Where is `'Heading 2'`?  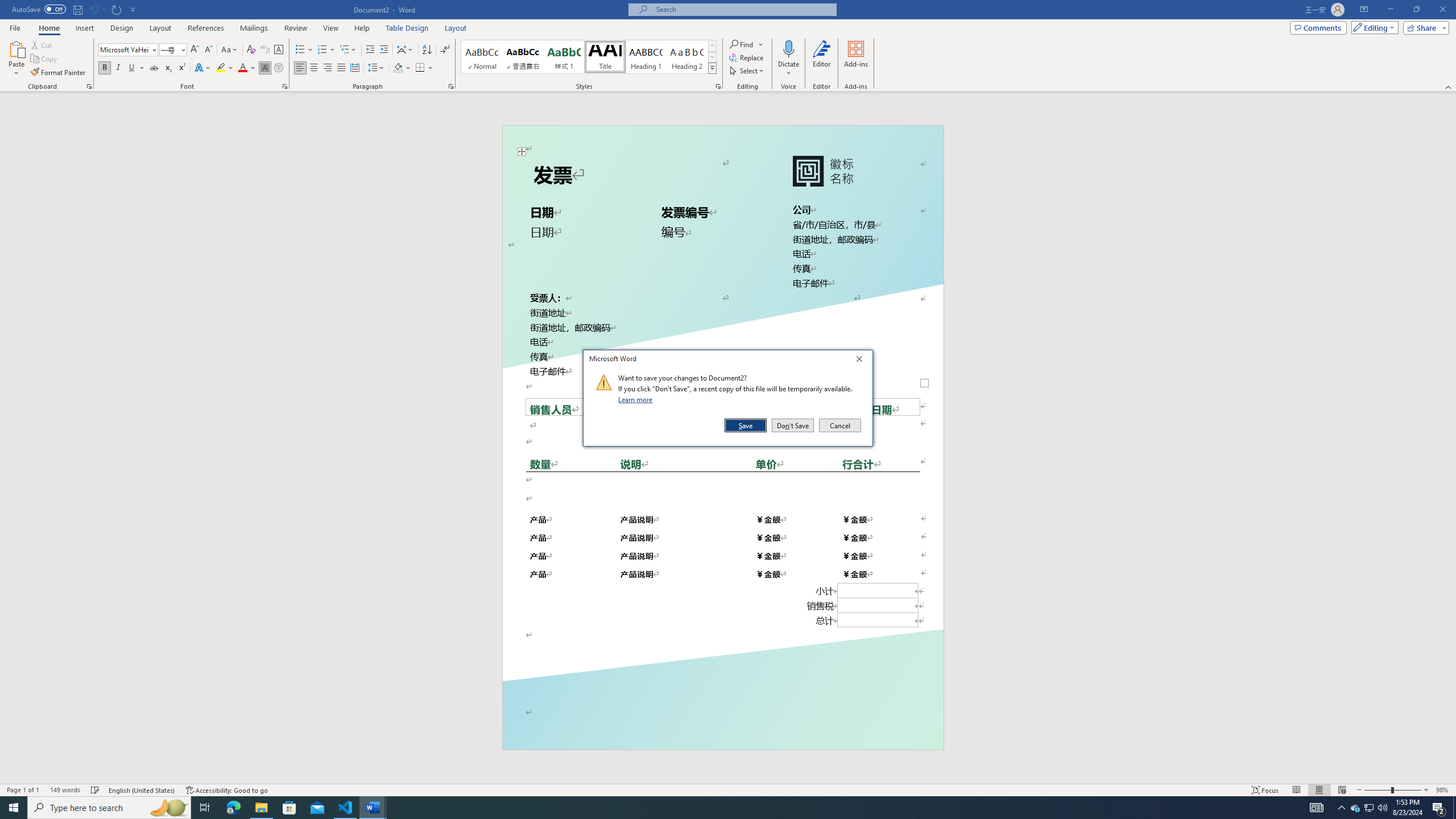 'Heading 2' is located at coordinates (686, 56).